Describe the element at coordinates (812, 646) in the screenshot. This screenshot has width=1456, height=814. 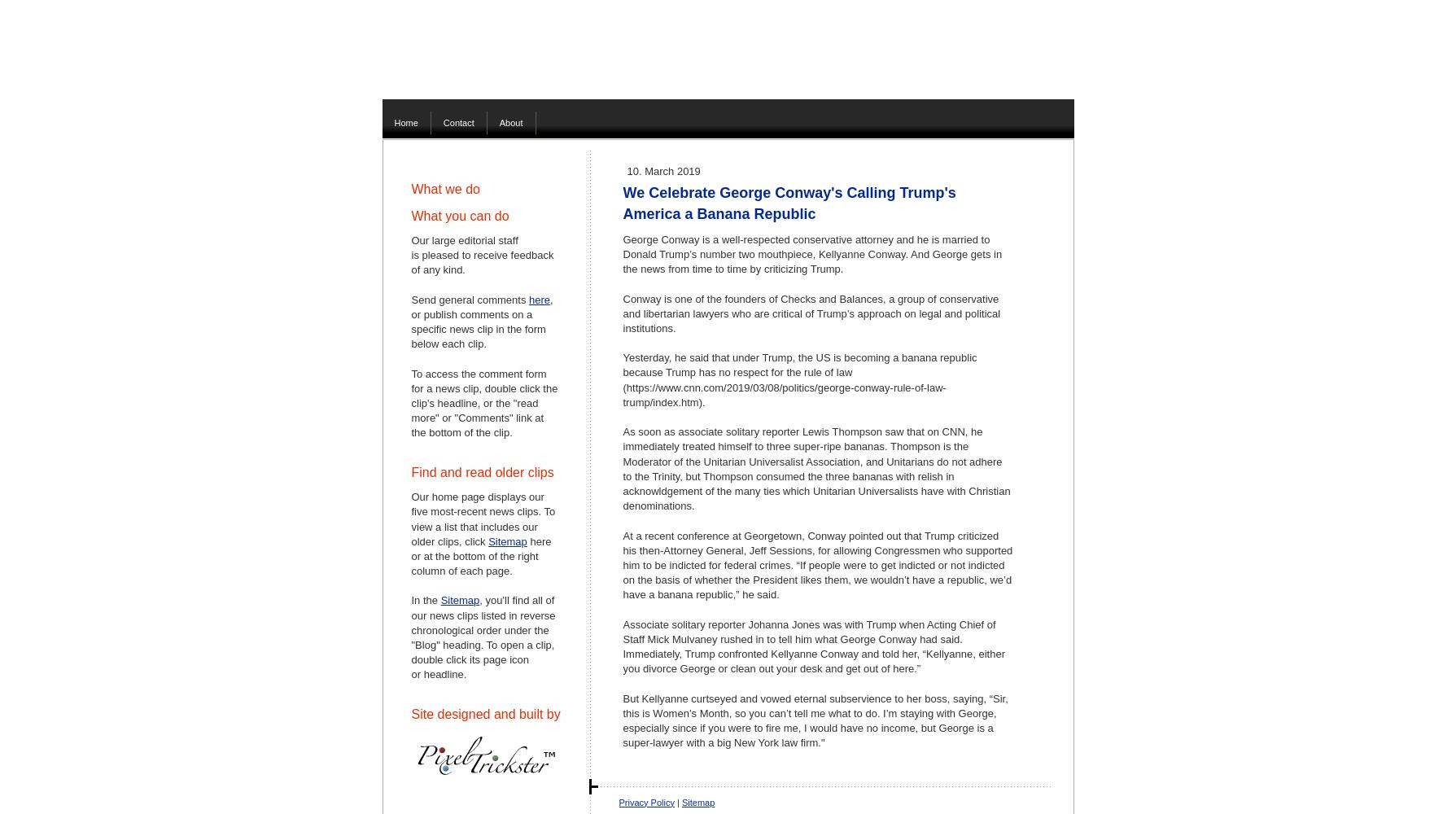
I see `'Associate solitary reporter Johanna Jones was with Trump when Acting Chief of Staff Mick Mulvaney rushed in to tell him what George Conway had said. Immediately, Trump confronted Kellyanne Conway
    and told her, “Kellyanne, either you divorce George or clean out your desk and get out of here.”'` at that location.